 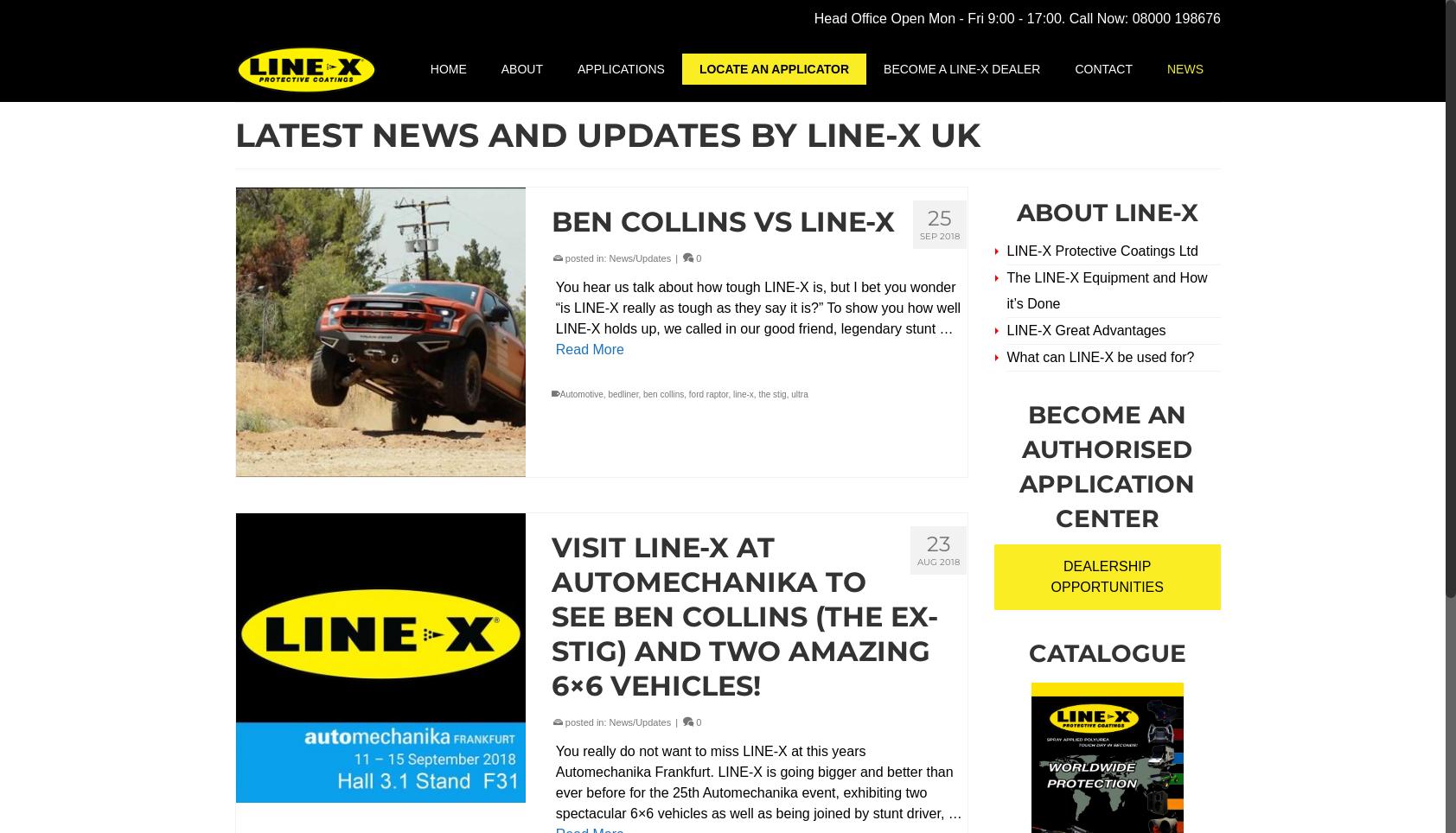 I want to click on 'LINE-X Great Advantages', so click(x=1085, y=330).